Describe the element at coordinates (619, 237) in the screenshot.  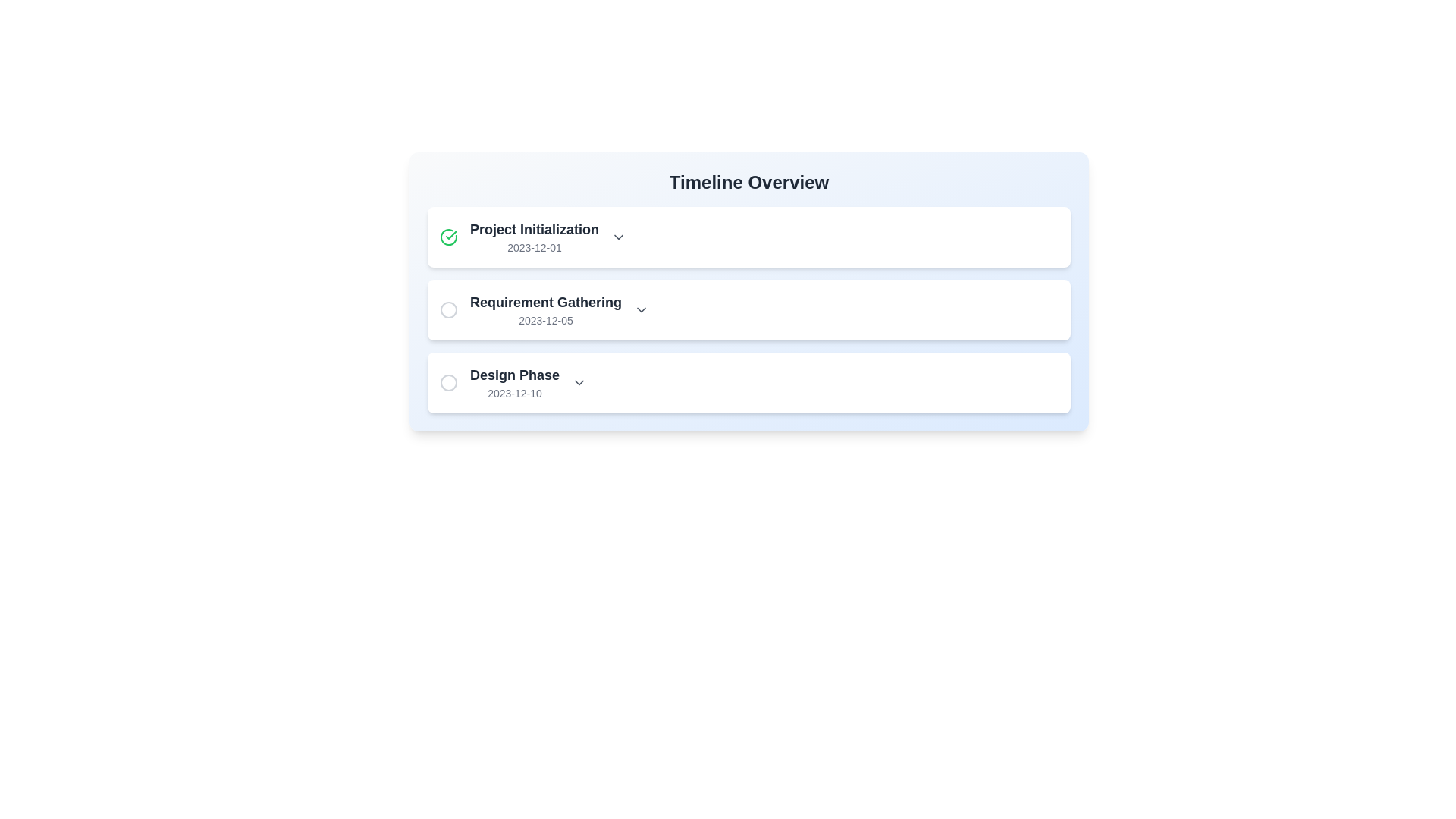
I see `the dropdown control icon located at the far right of the row for the event labeled 'Project Initialization'` at that location.